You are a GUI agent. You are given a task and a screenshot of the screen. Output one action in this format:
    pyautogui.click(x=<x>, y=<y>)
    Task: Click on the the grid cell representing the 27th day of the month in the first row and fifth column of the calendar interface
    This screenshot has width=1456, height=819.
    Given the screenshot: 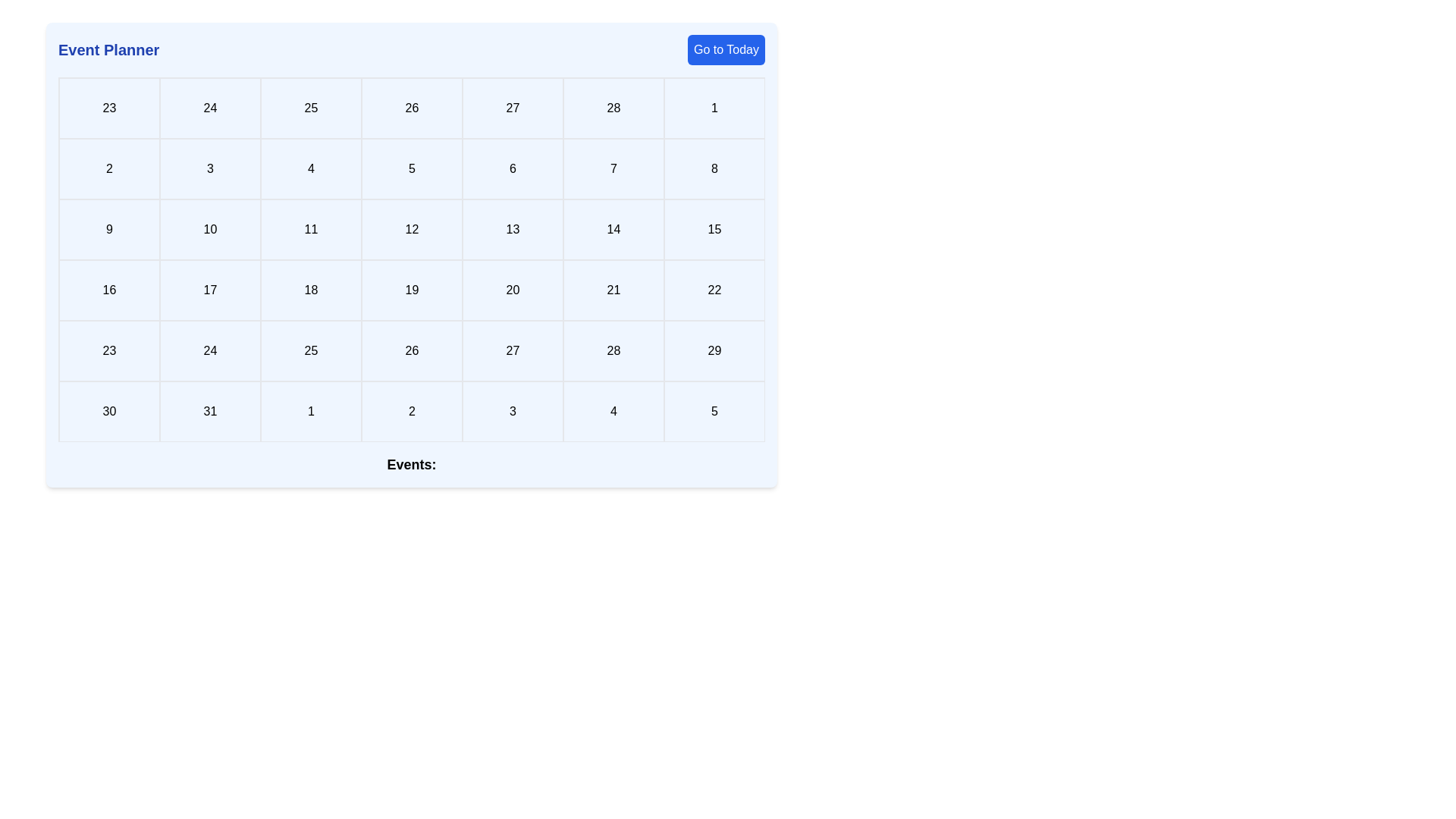 What is the action you would take?
    pyautogui.click(x=513, y=107)
    